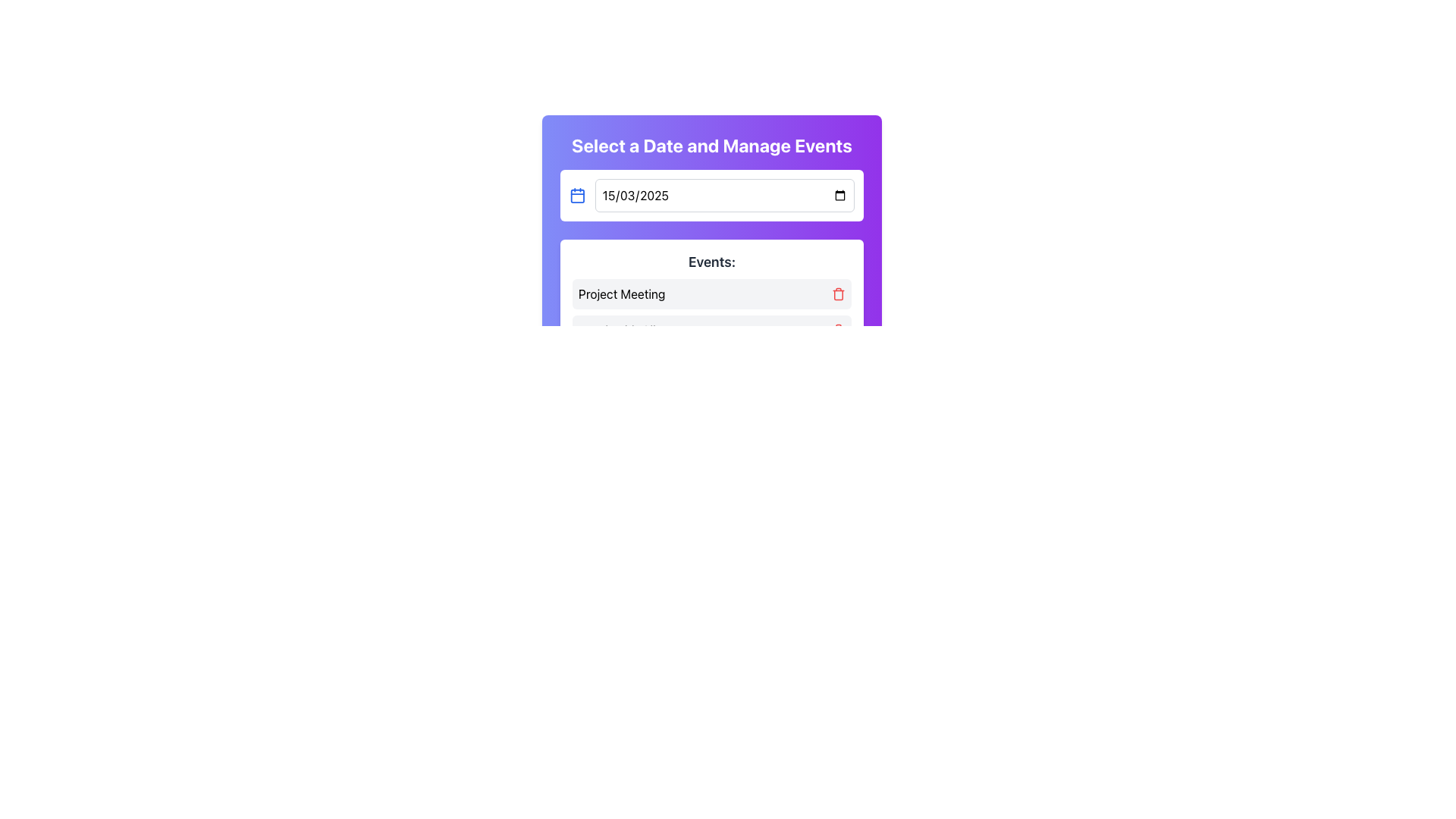 Image resolution: width=1456 pixels, height=819 pixels. What do you see at coordinates (837, 295) in the screenshot?
I see `the middle segment of the trash can icon within the event list entry` at bounding box center [837, 295].